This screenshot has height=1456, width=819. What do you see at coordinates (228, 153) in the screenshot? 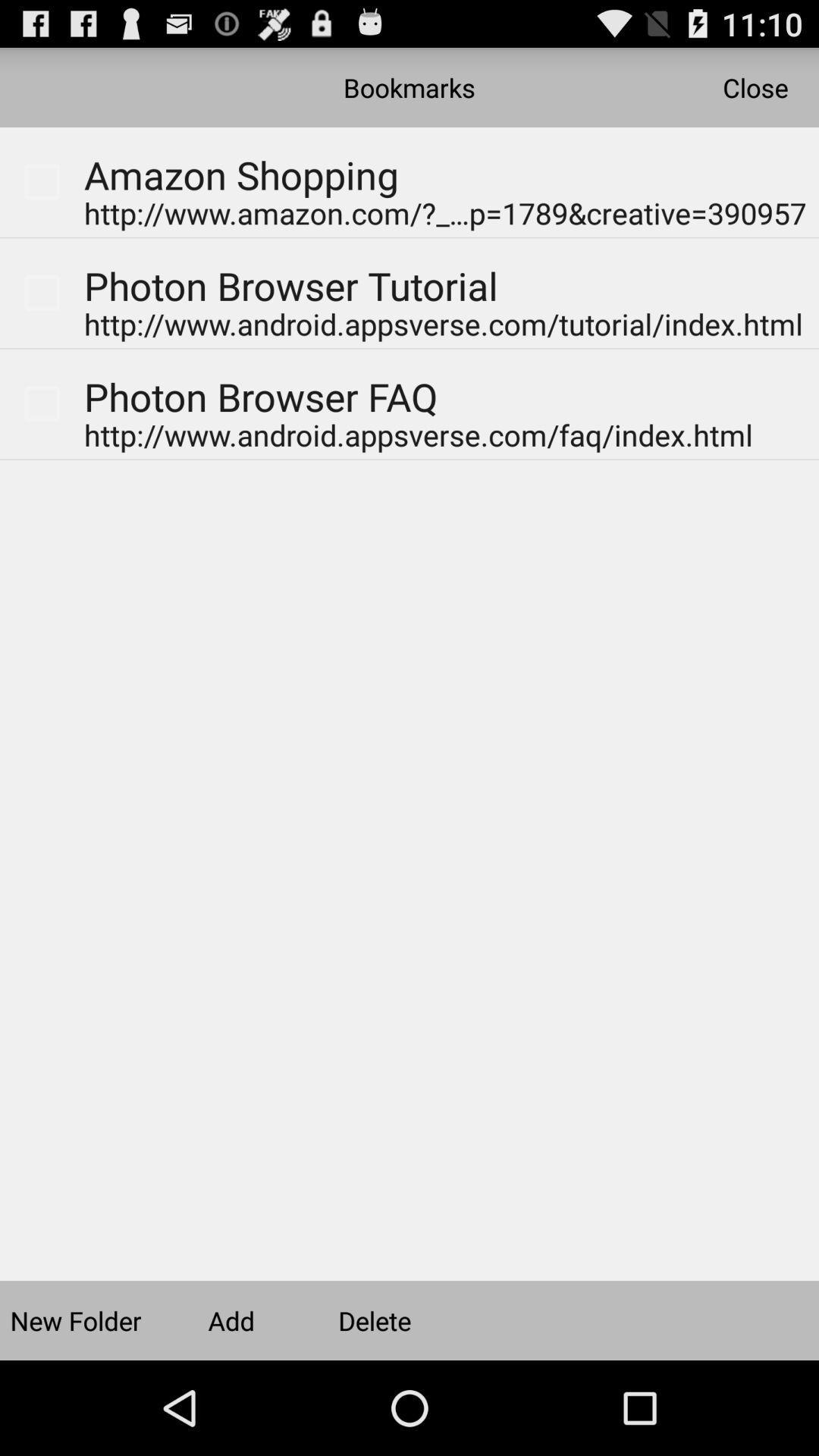
I see `amazon shopping` at bounding box center [228, 153].